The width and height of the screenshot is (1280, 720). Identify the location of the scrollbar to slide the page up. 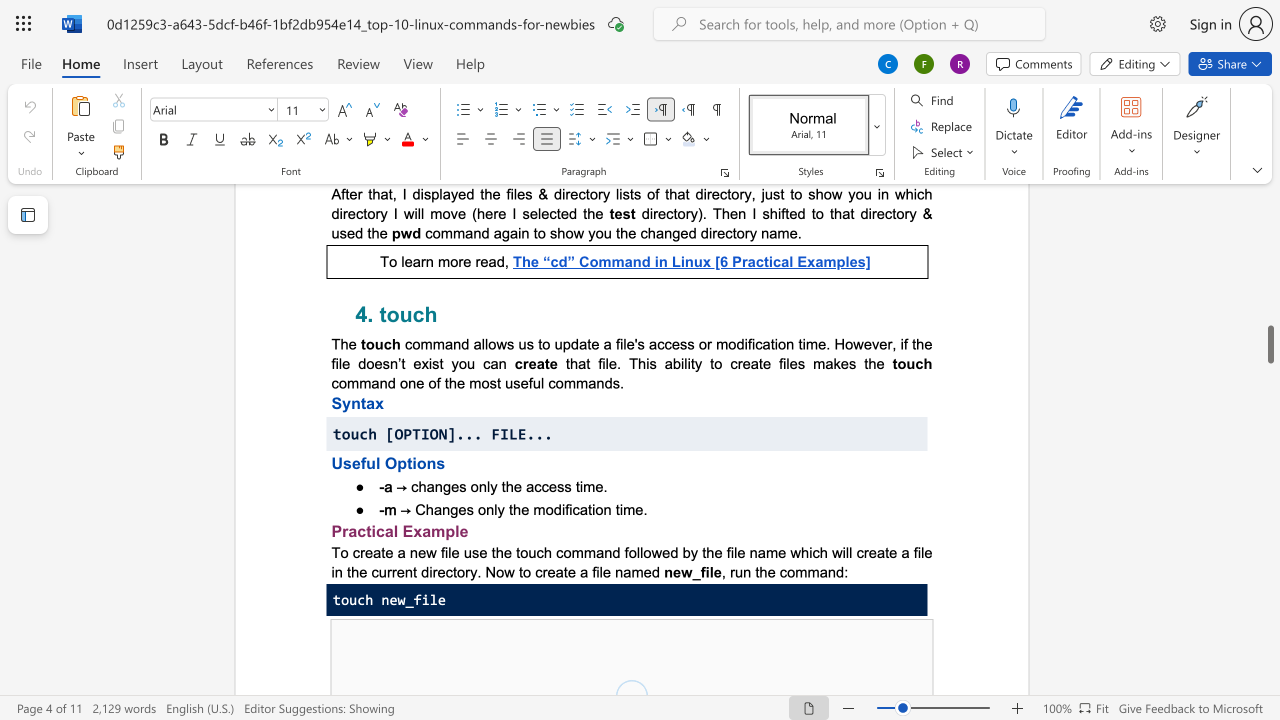
(1269, 280).